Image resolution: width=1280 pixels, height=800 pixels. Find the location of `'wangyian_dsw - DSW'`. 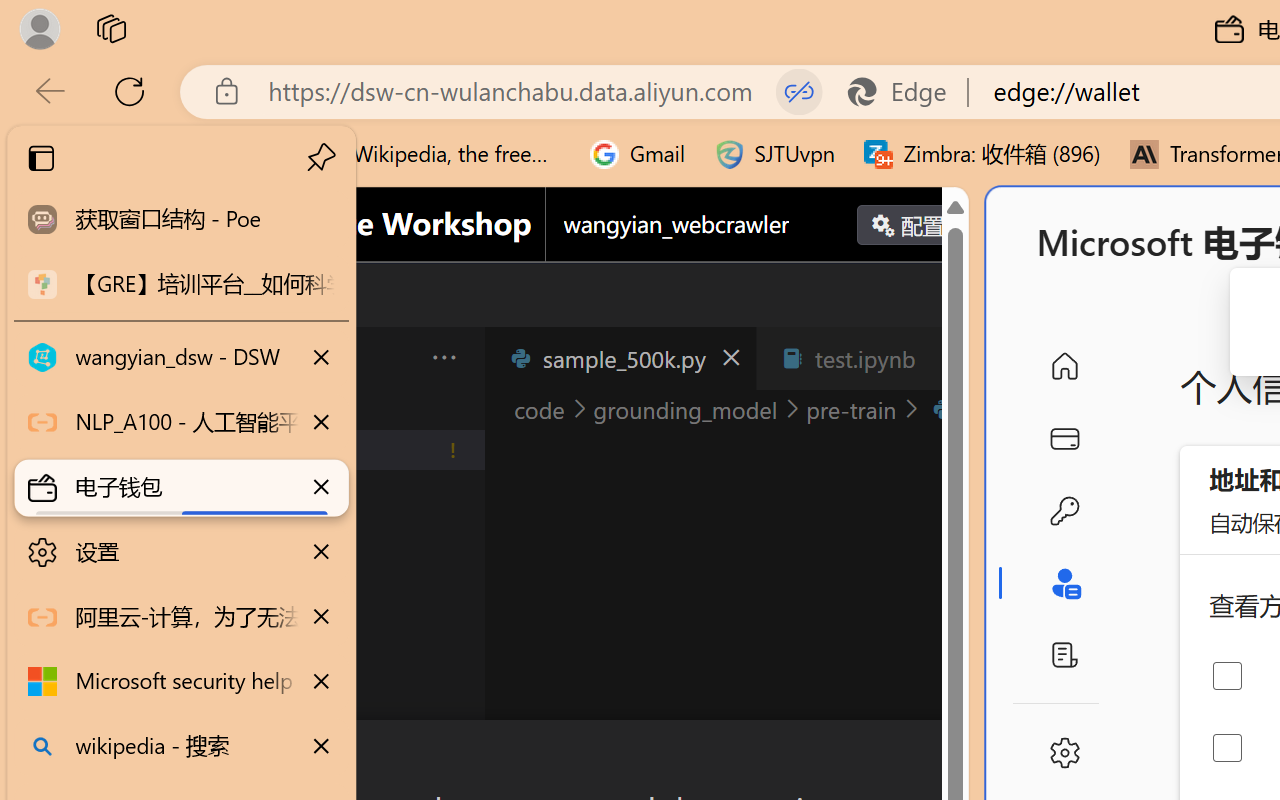

'wangyian_dsw - DSW' is located at coordinates (181, 358).